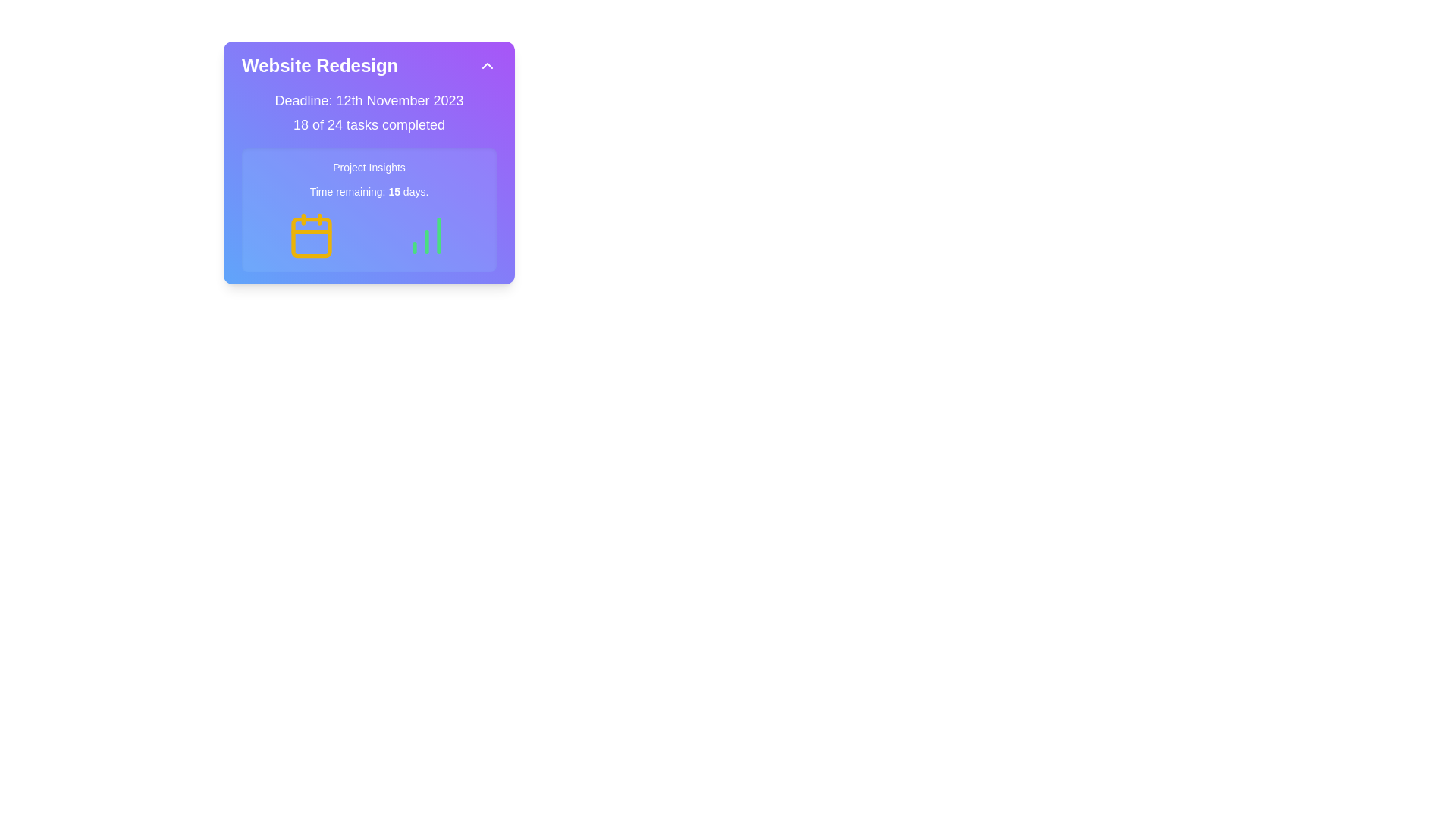 The width and height of the screenshot is (1456, 819). What do you see at coordinates (369, 124) in the screenshot?
I see `the static text element that reads '18 of 24 tasks completed', which is located below the 'Deadline: 12th November 2023' text in the upper-middle portion of the 'Website Redesign' card` at bounding box center [369, 124].